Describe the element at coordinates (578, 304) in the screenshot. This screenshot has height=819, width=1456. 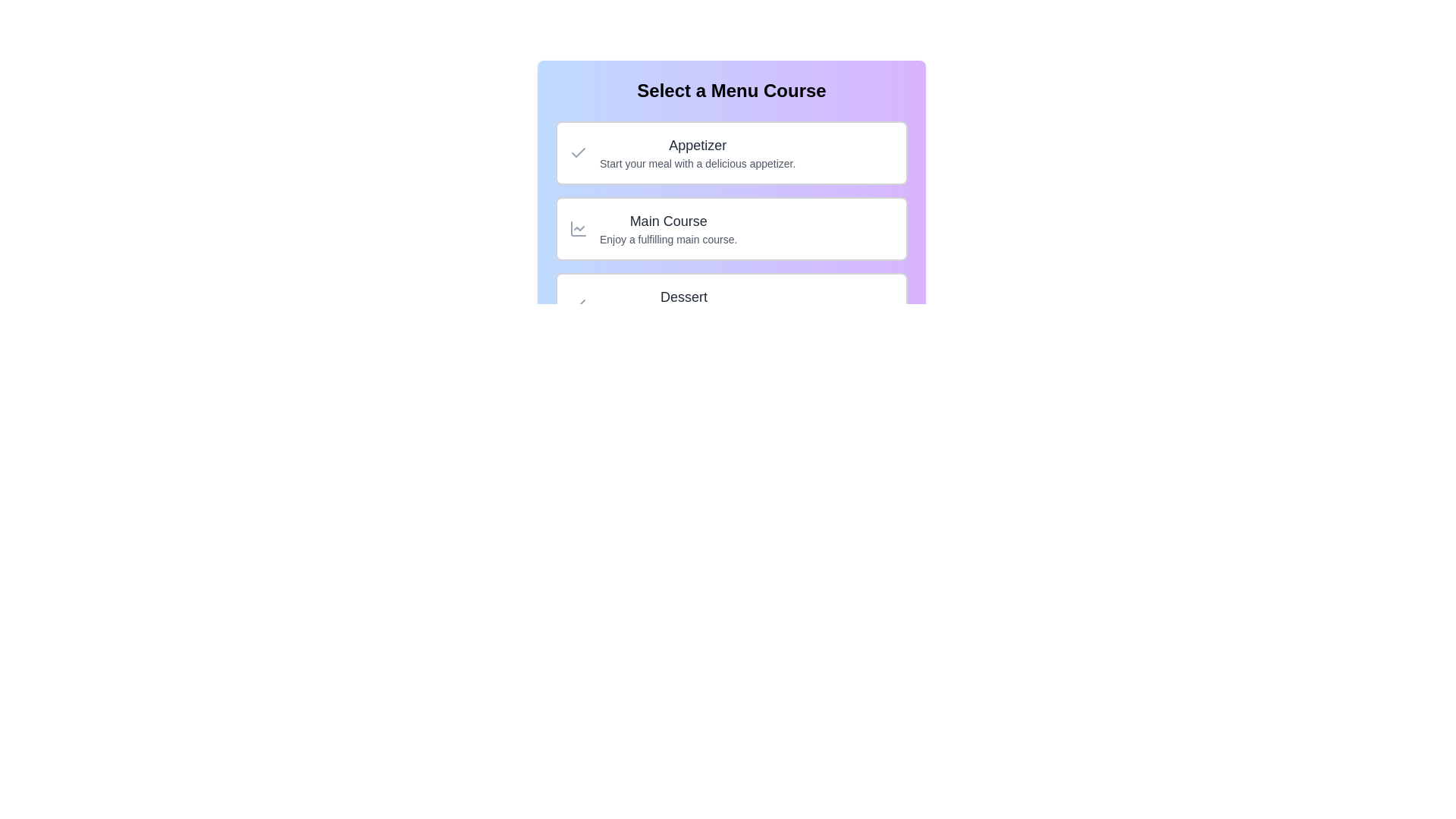
I see `the minimalist checkmark icon located to the left of the text 'Dessert'` at that location.